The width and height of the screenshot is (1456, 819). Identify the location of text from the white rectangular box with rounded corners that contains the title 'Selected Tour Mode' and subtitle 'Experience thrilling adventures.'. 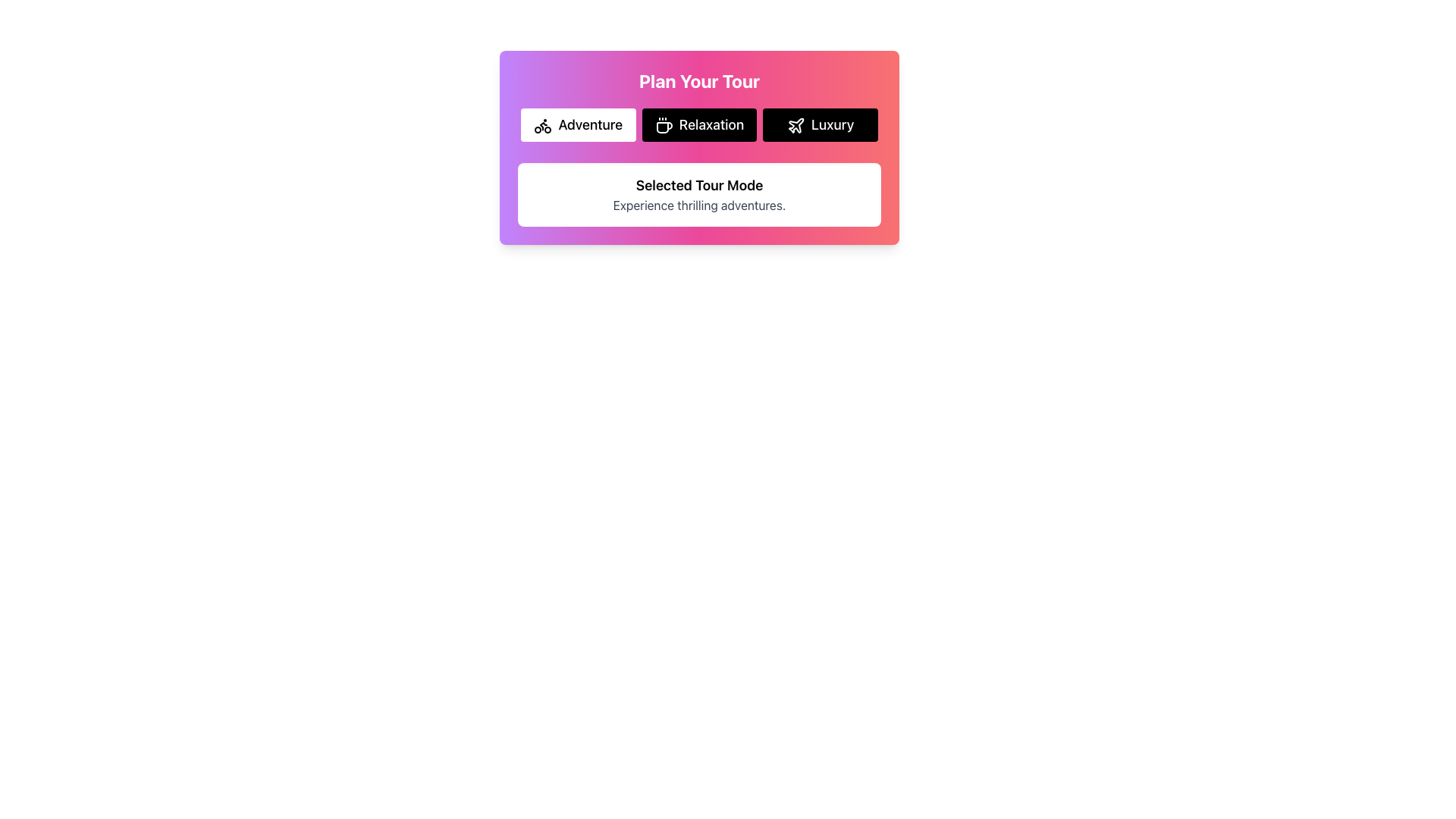
(698, 194).